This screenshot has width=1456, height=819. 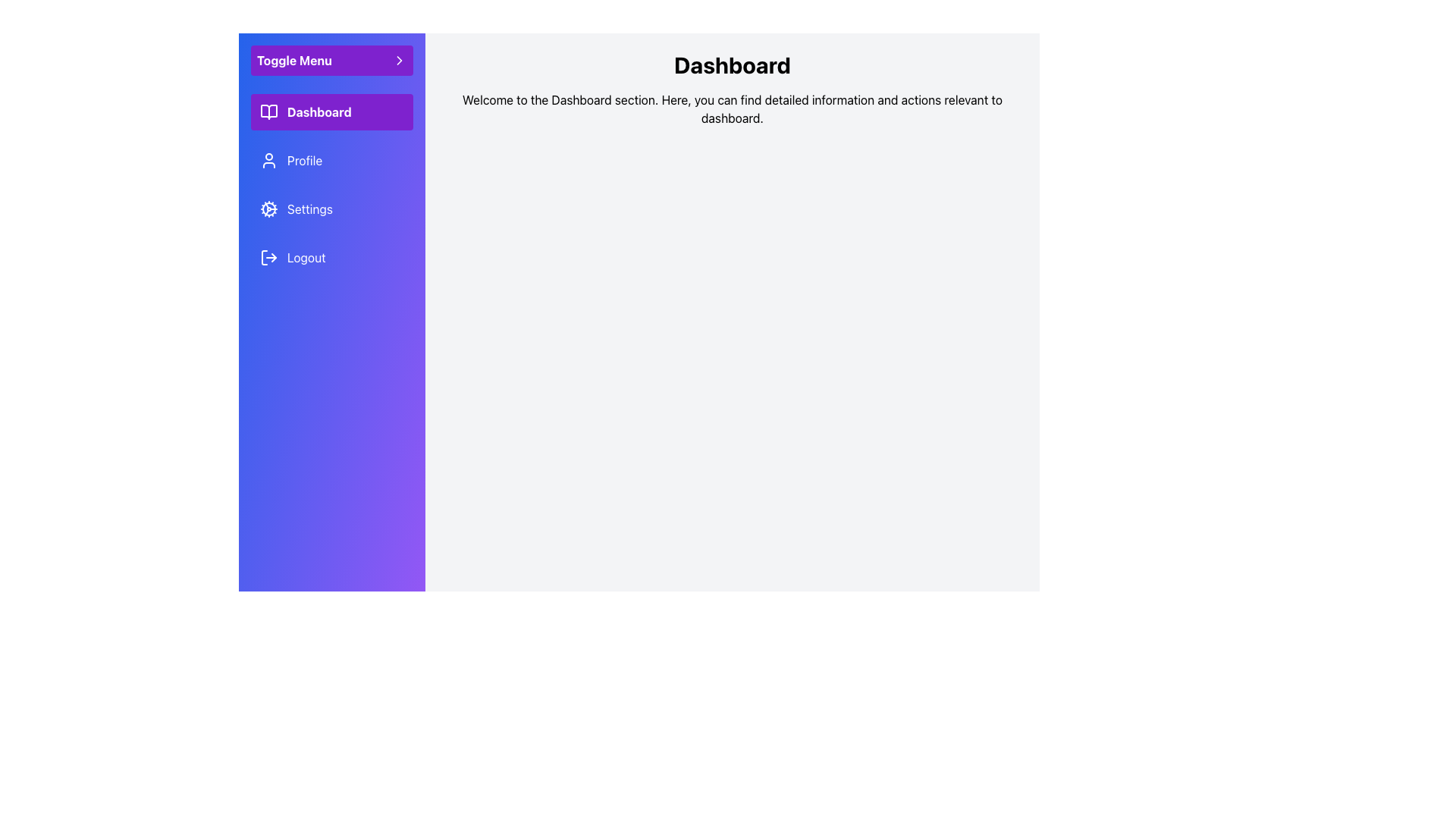 What do you see at coordinates (331, 161) in the screenshot?
I see `the 'Profile' navigation menu item located in the sidebar, which is the second item in the vertical list of menu options` at bounding box center [331, 161].